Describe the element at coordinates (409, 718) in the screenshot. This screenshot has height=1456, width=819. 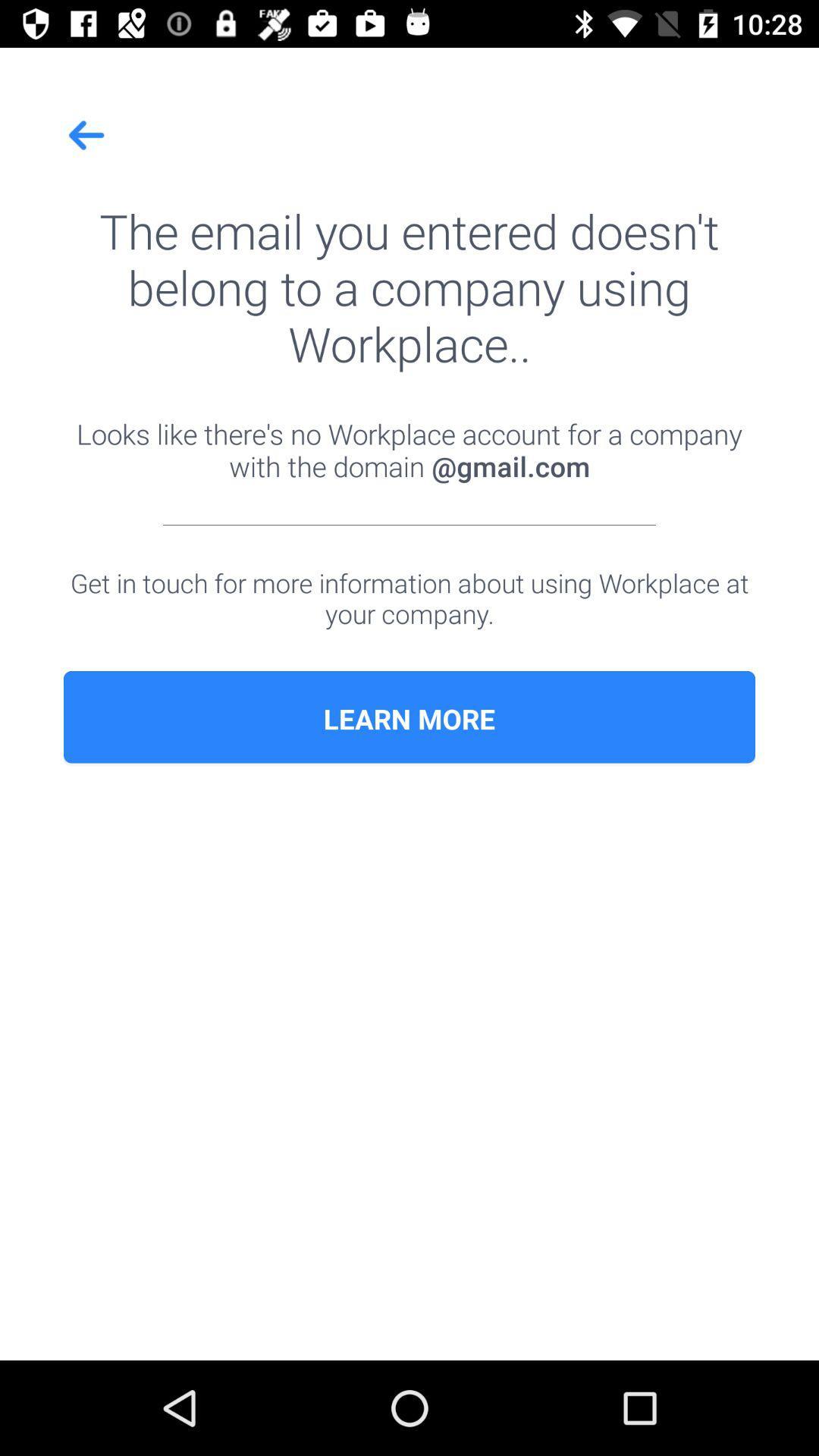
I see `learn more icon` at that location.